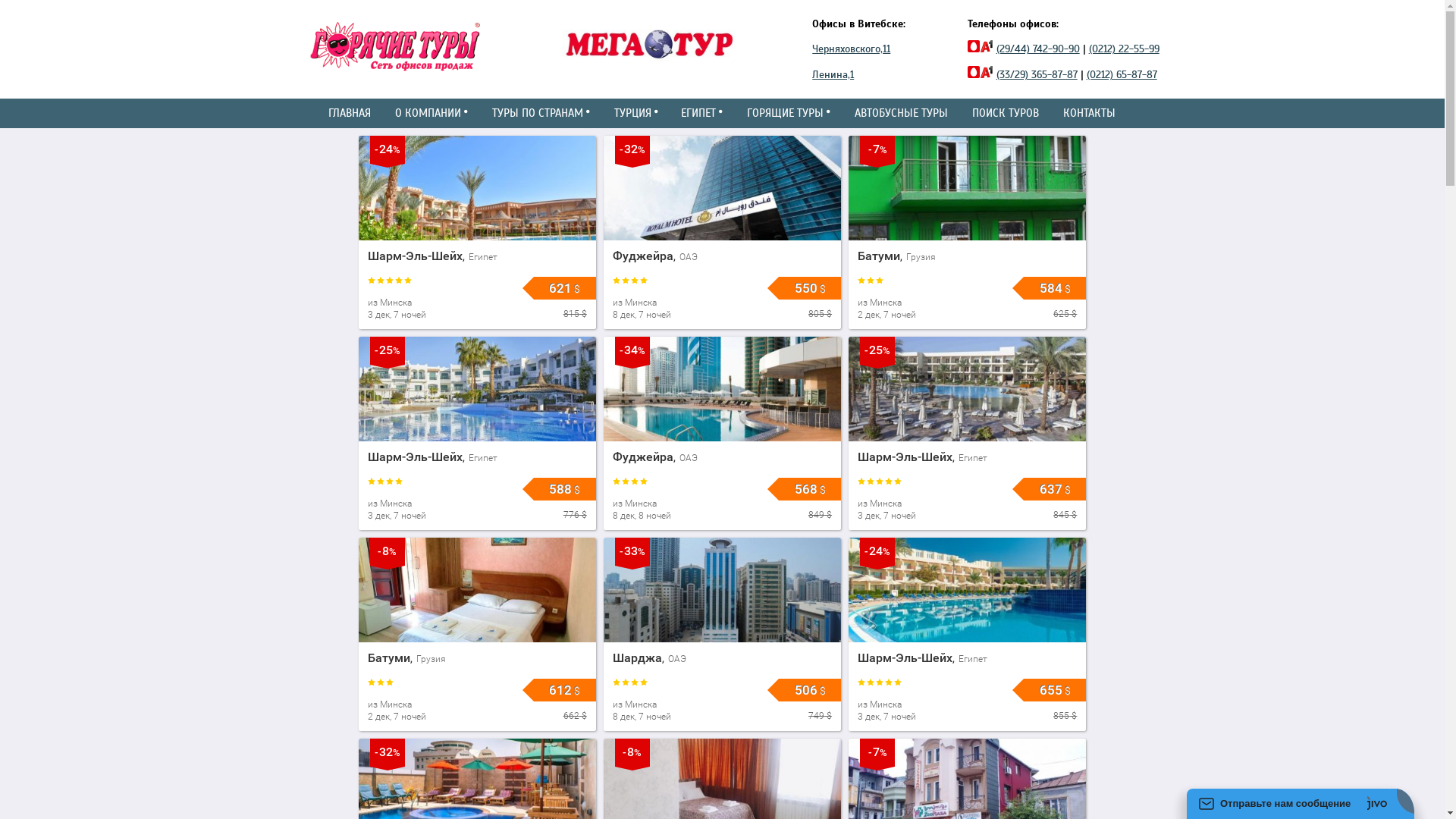  I want to click on '(0212) 65-87-87', so click(1086, 74).